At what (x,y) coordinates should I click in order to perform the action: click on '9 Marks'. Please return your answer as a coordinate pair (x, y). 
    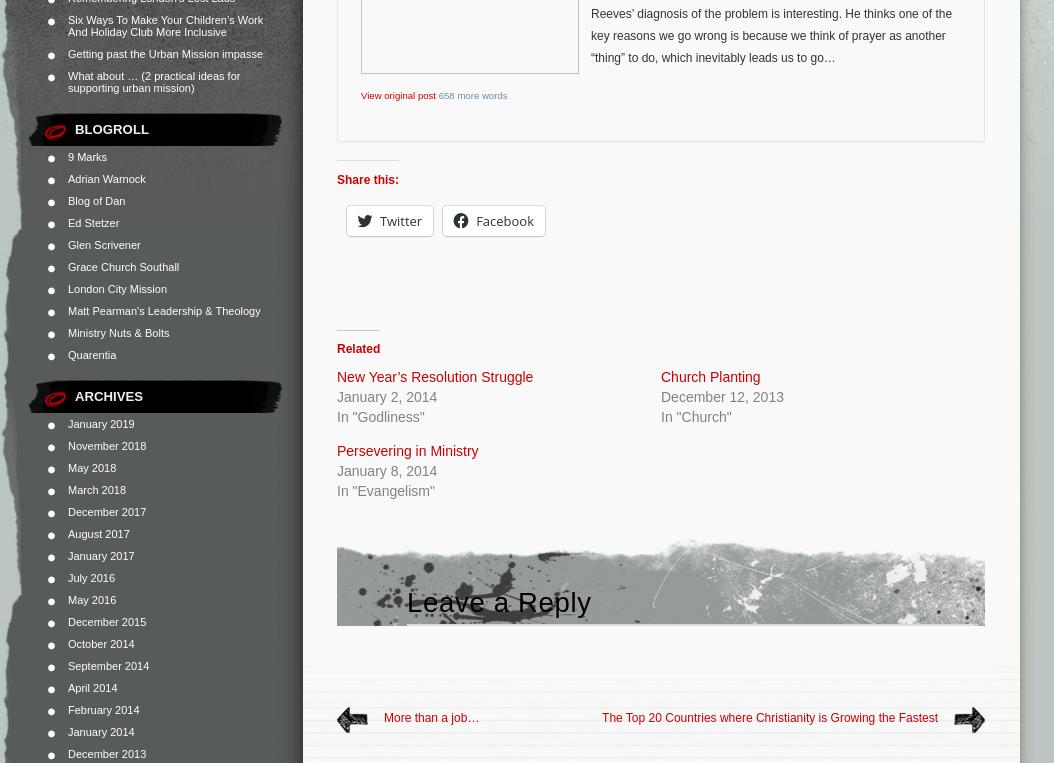
    Looking at the image, I should click on (86, 155).